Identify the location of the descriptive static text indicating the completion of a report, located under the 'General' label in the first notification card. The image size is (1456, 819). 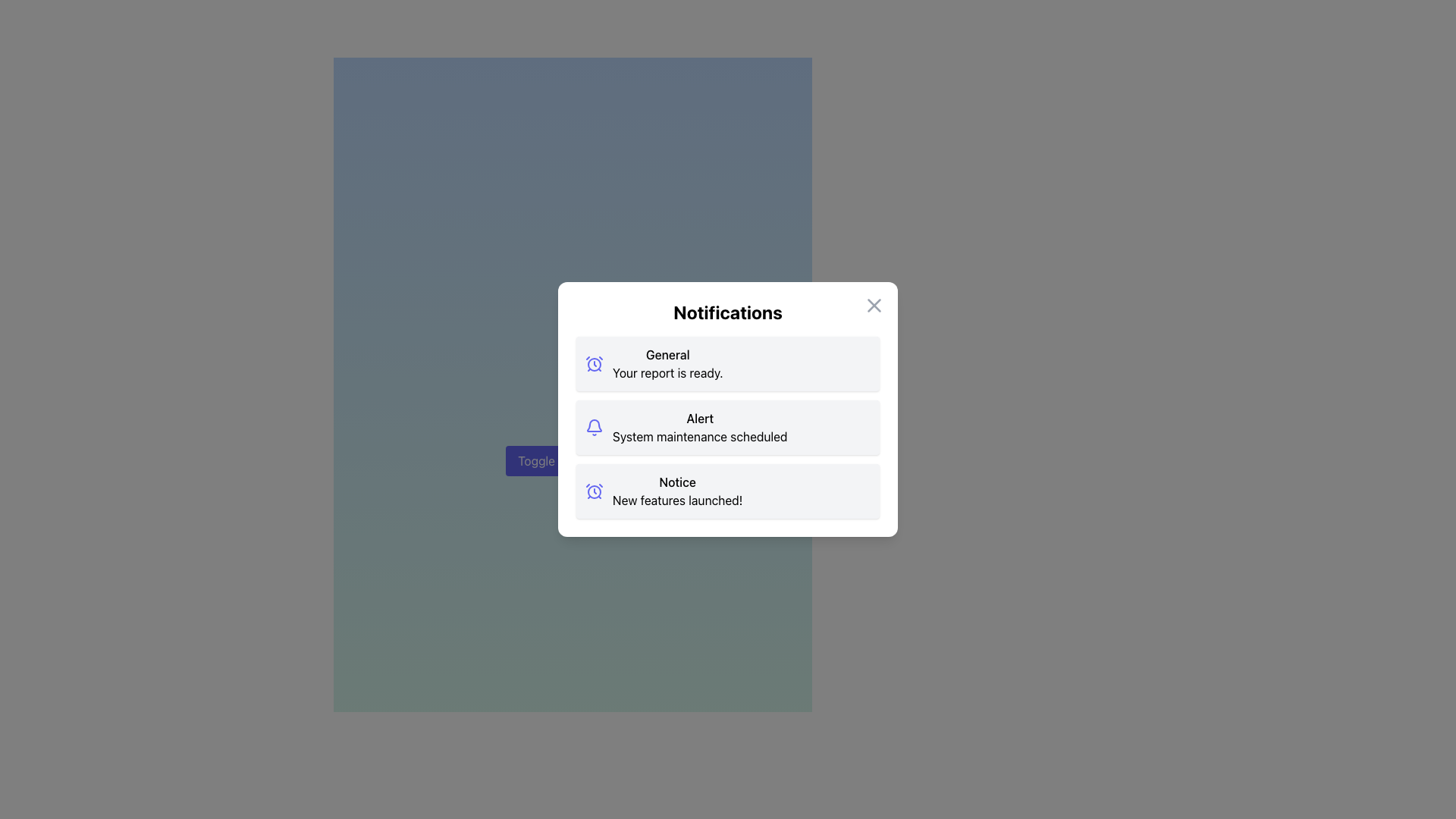
(667, 373).